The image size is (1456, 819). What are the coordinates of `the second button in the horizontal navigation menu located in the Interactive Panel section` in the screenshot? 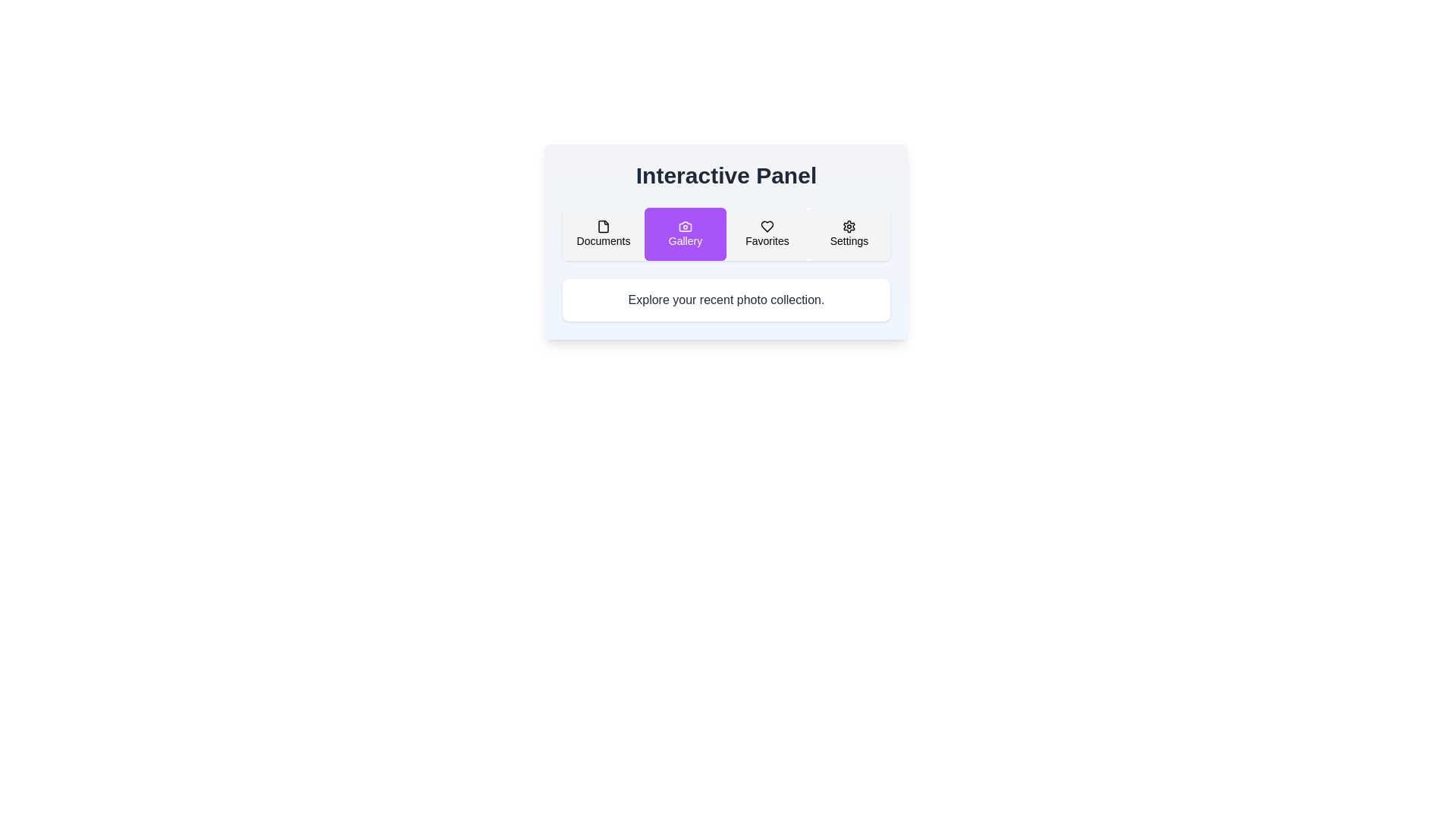 It's located at (726, 234).